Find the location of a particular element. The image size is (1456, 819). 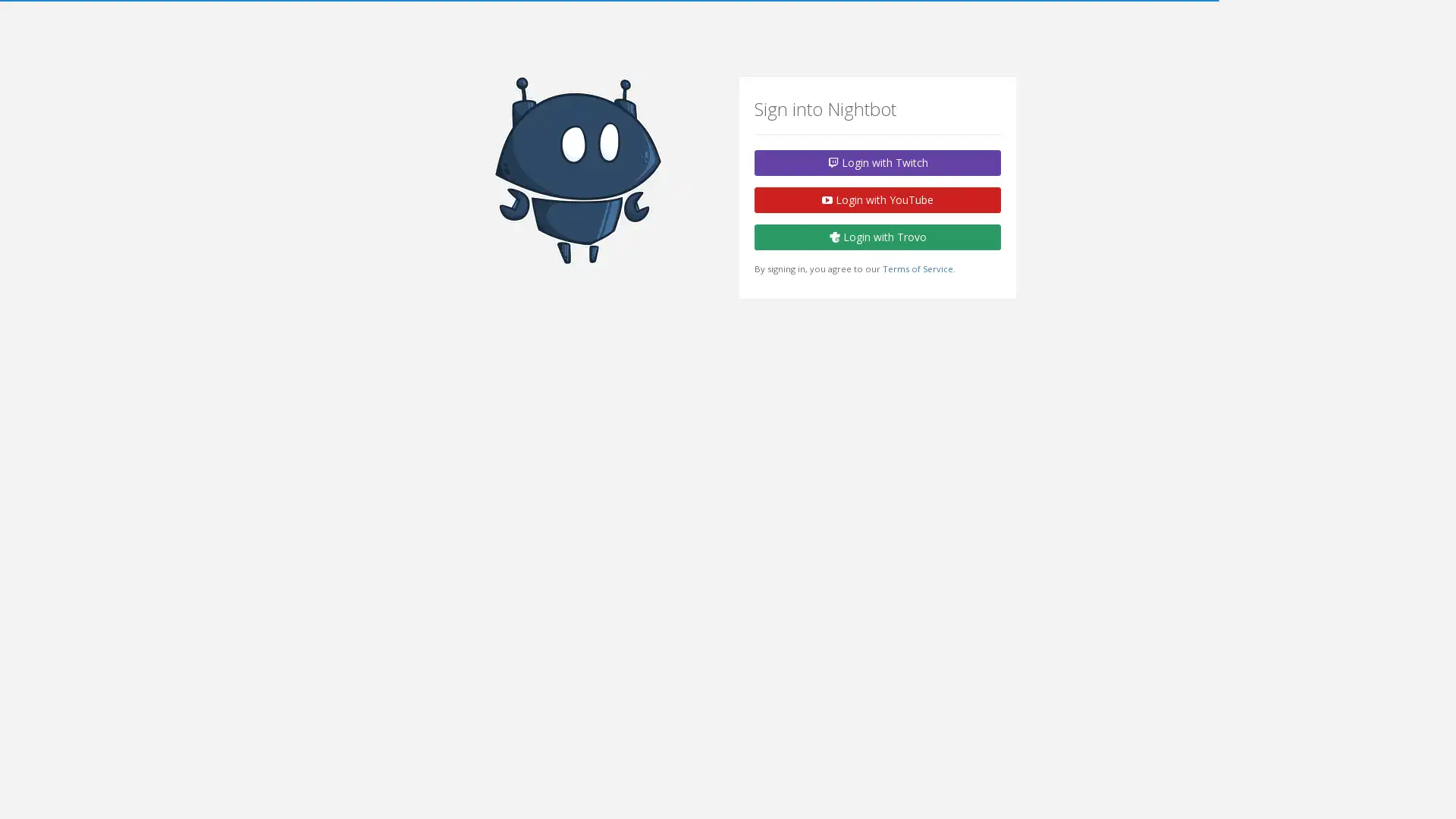

Login with Trovo is located at coordinates (877, 237).